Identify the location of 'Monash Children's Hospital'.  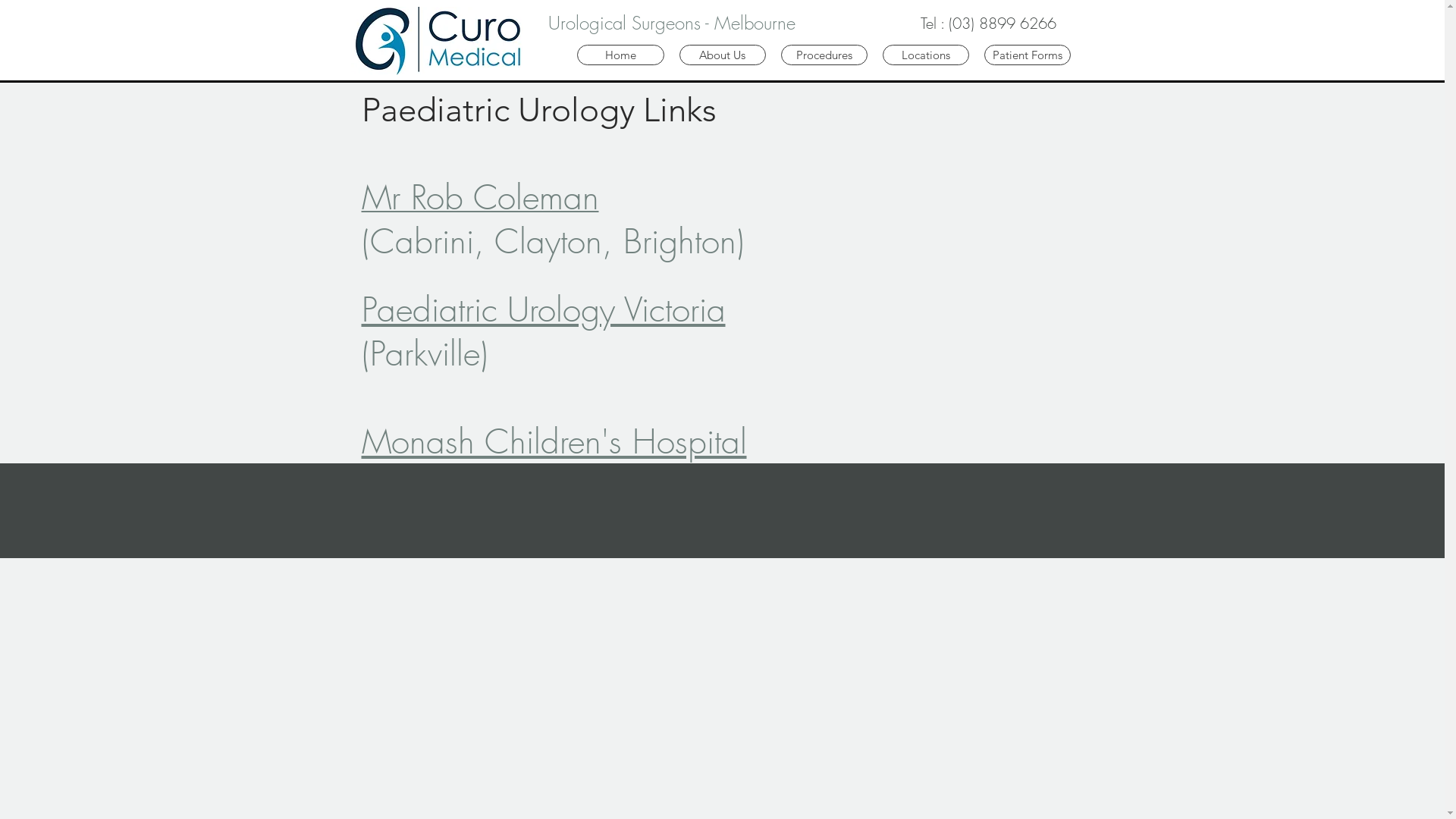
(552, 441).